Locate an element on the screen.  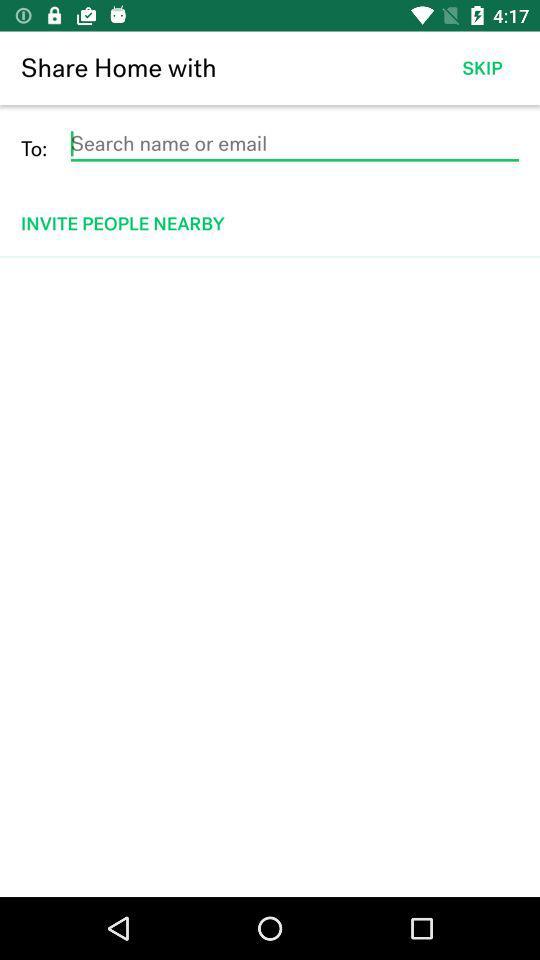
invite people nearby item is located at coordinates (271, 223).